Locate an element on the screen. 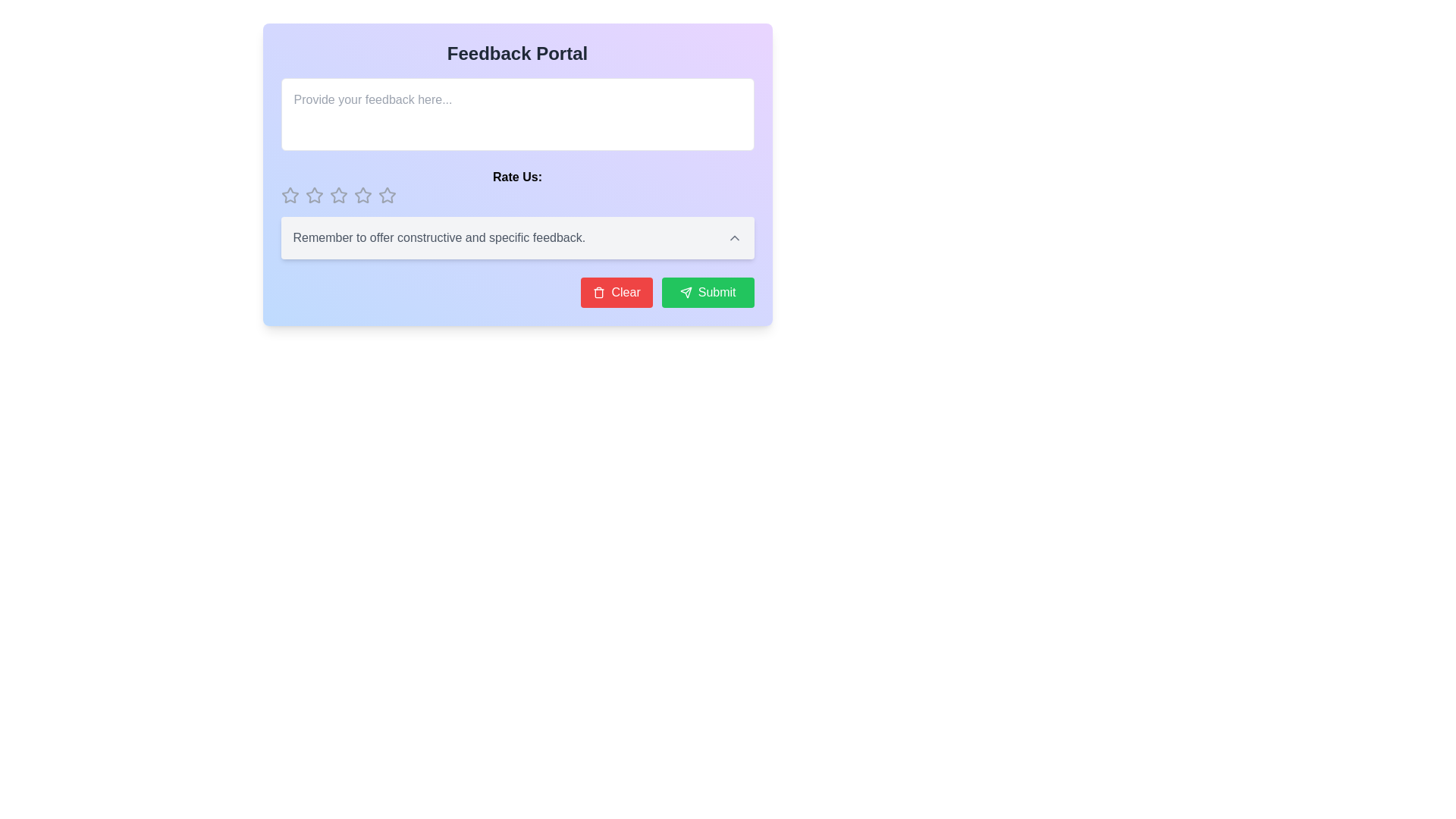 This screenshot has width=1456, height=819. the first rating star icon, which is a gray outlined star located immediately under the 'Rate Us:' label is located at coordinates (290, 195).